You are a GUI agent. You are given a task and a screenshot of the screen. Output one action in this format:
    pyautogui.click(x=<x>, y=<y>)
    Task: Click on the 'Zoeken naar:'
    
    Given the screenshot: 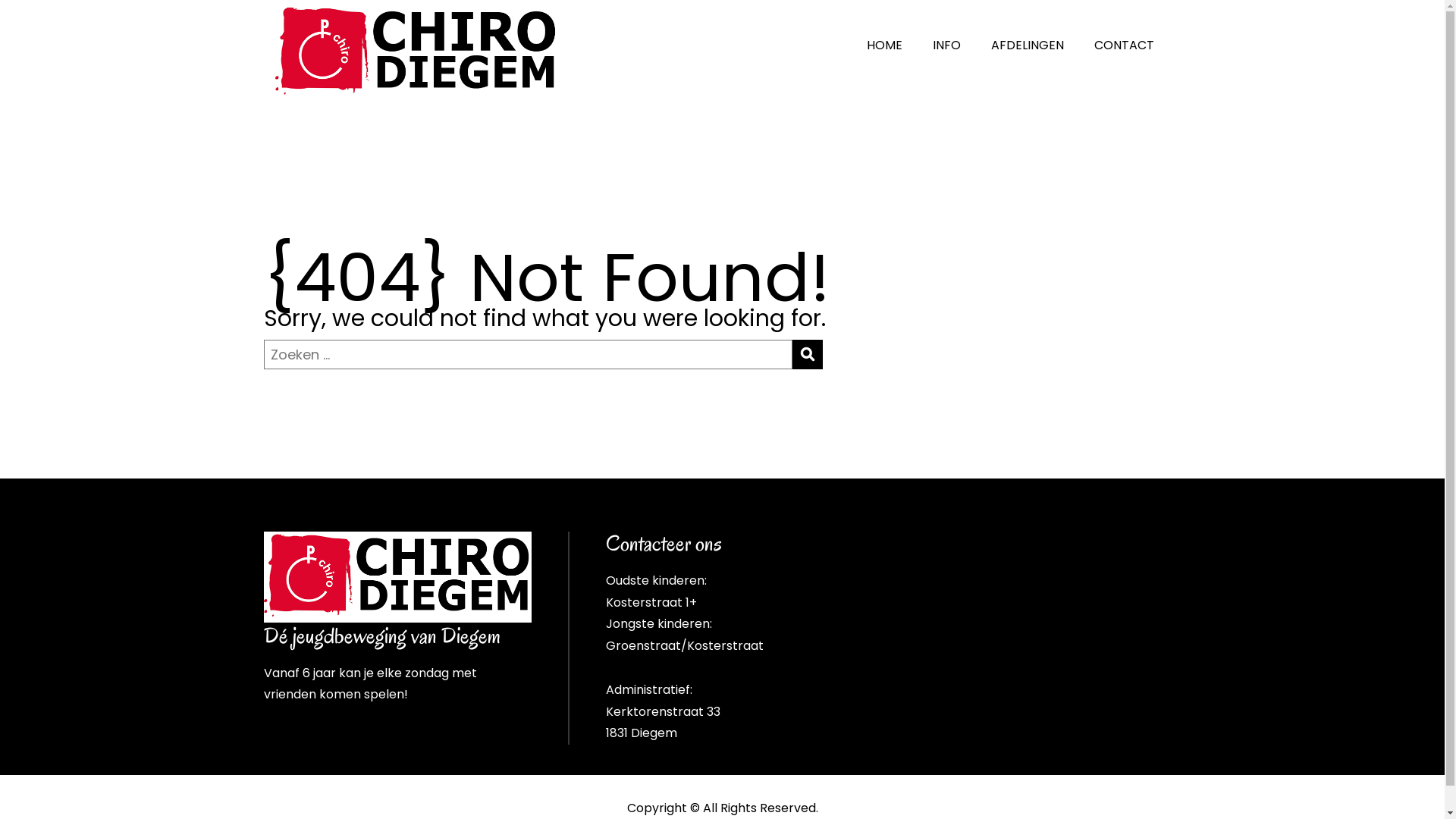 What is the action you would take?
    pyautogui.click(x=528, y=354)
    